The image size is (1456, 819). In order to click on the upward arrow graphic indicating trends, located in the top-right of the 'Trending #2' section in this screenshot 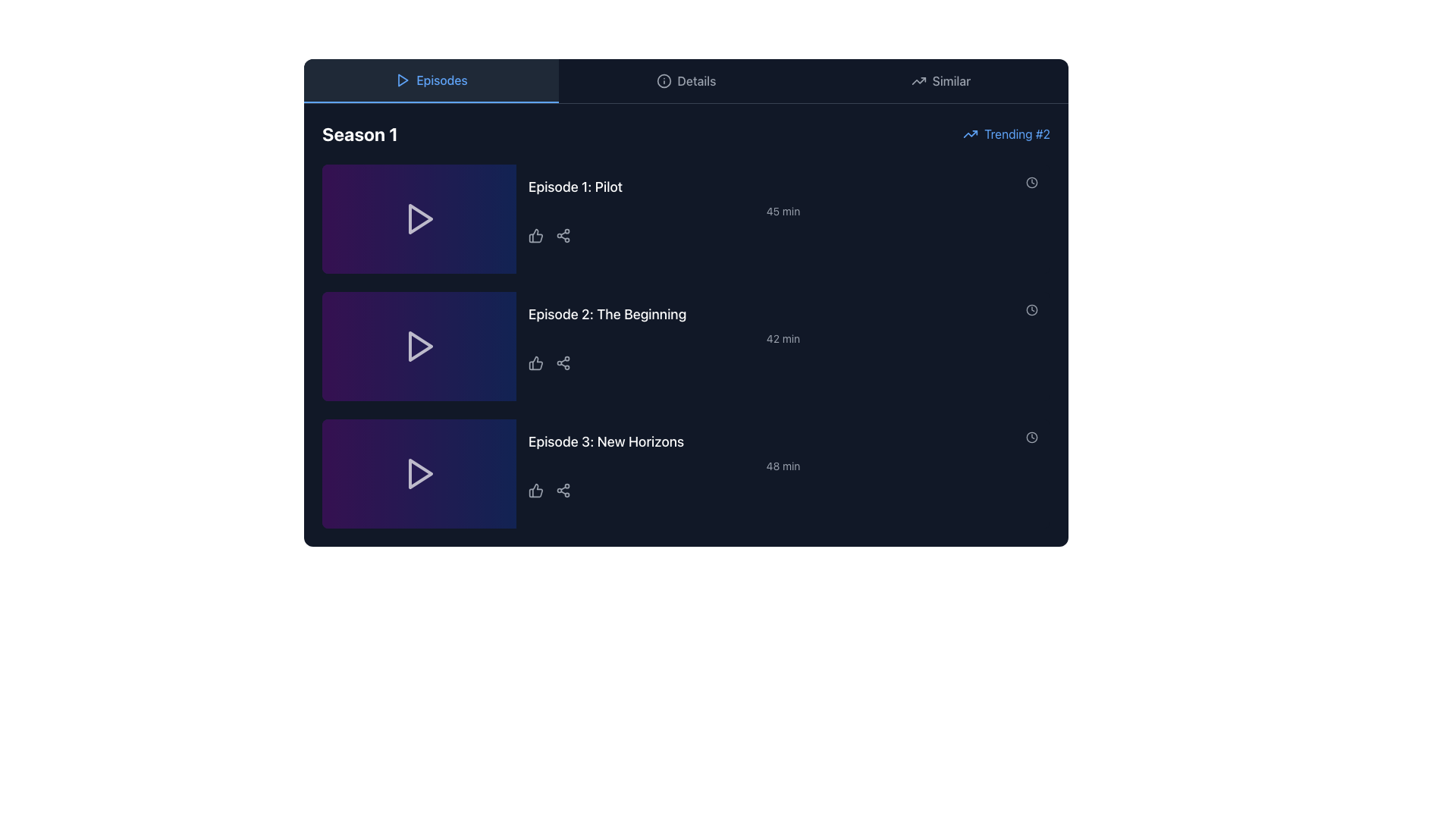, I will do `click(971, 133)`.